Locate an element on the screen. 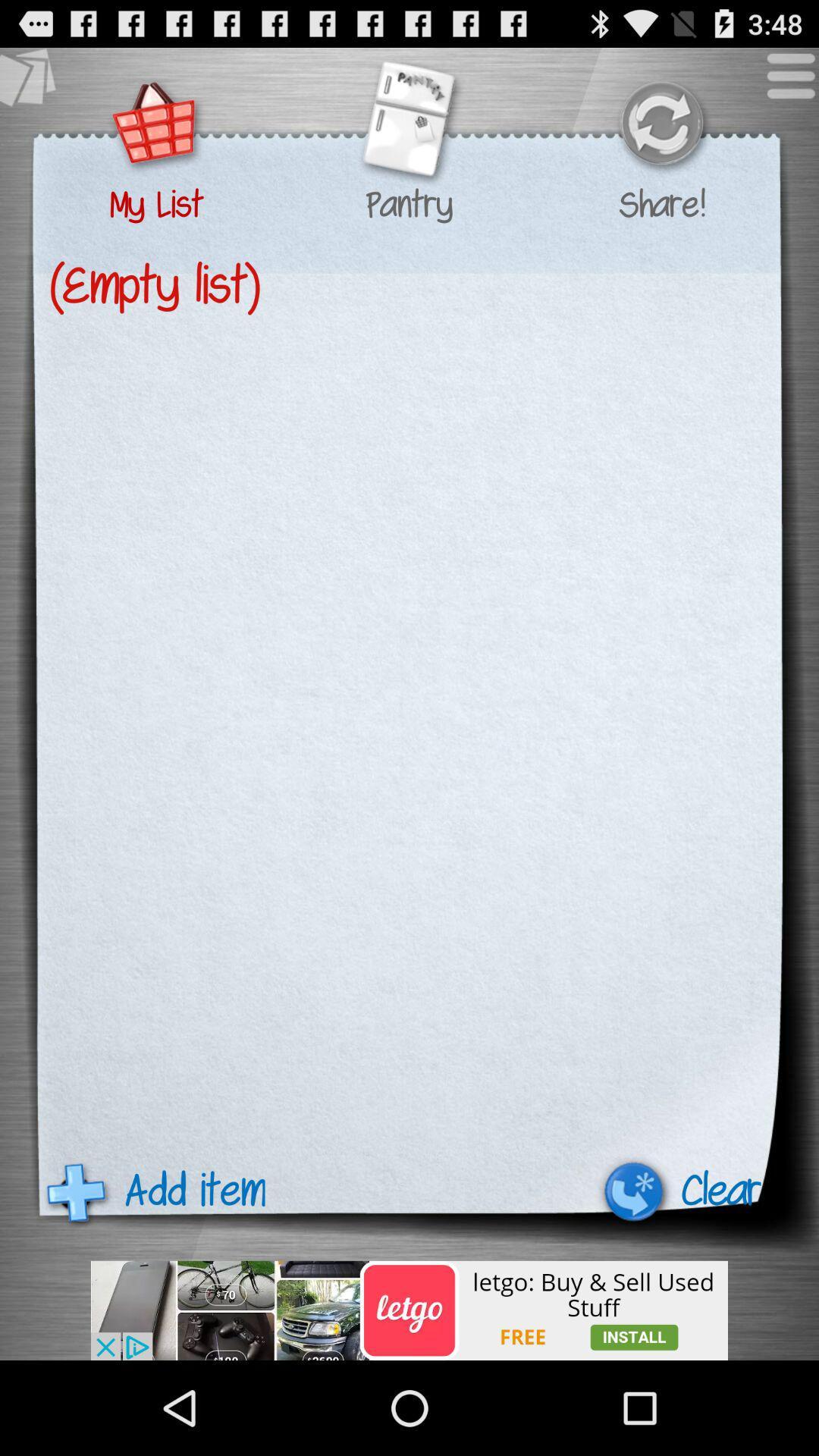  the cart icon is located at coordinates (156, 134).